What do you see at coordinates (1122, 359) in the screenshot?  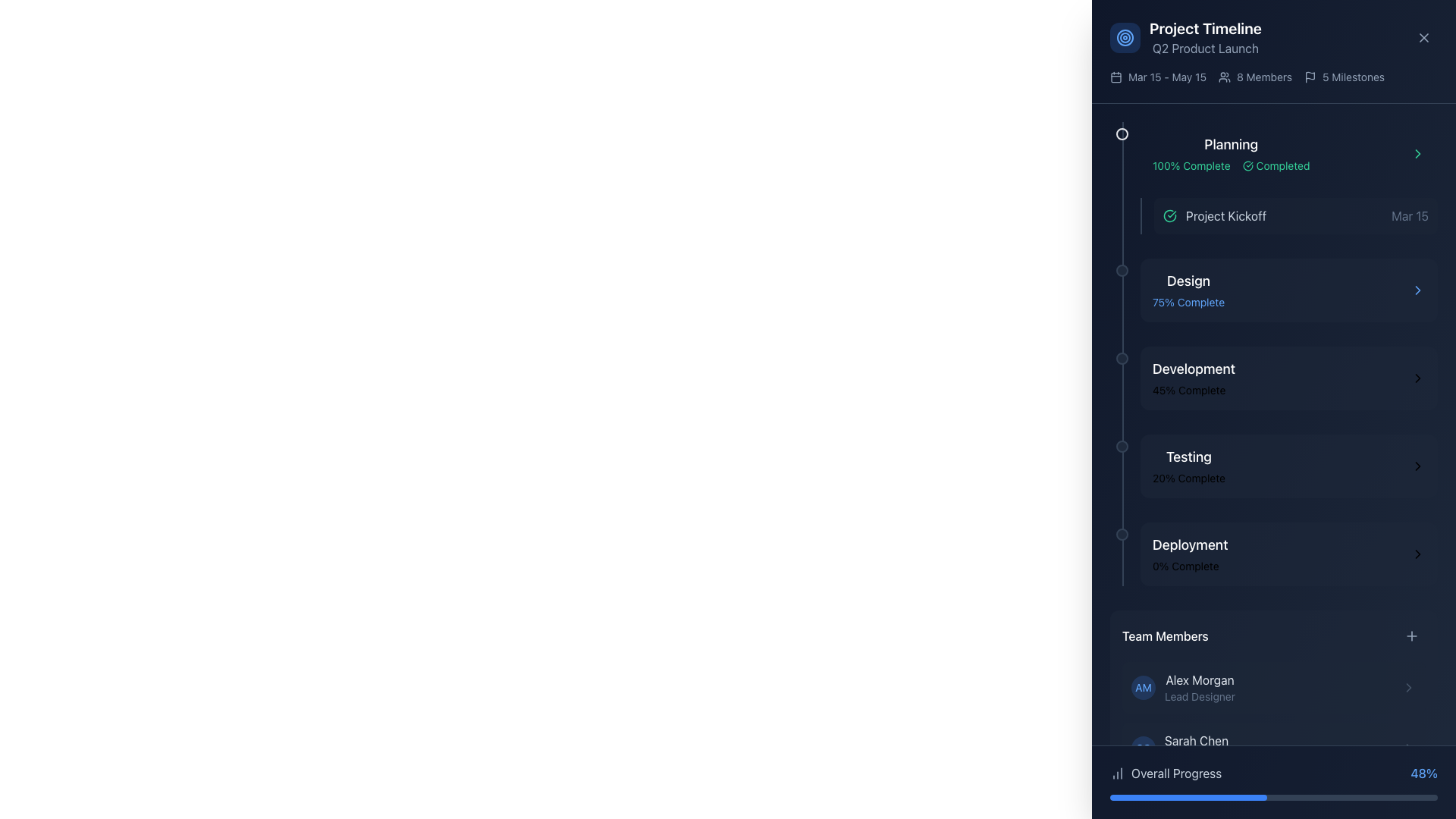 I see `the visual marker representing the 'Development' milestone, which indicates 'Development 45% Complete' in the project timeline` at bounding box center [1122, 359].